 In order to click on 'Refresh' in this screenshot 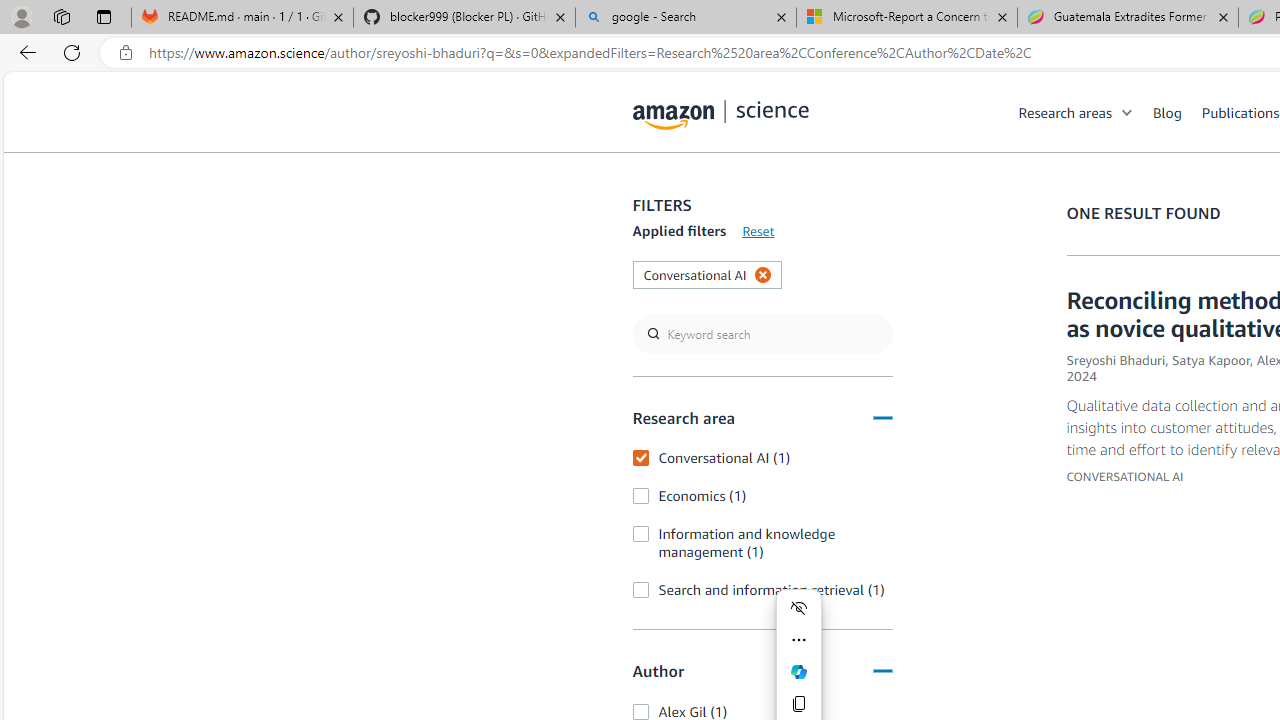, I will do `click(72, 51)`.